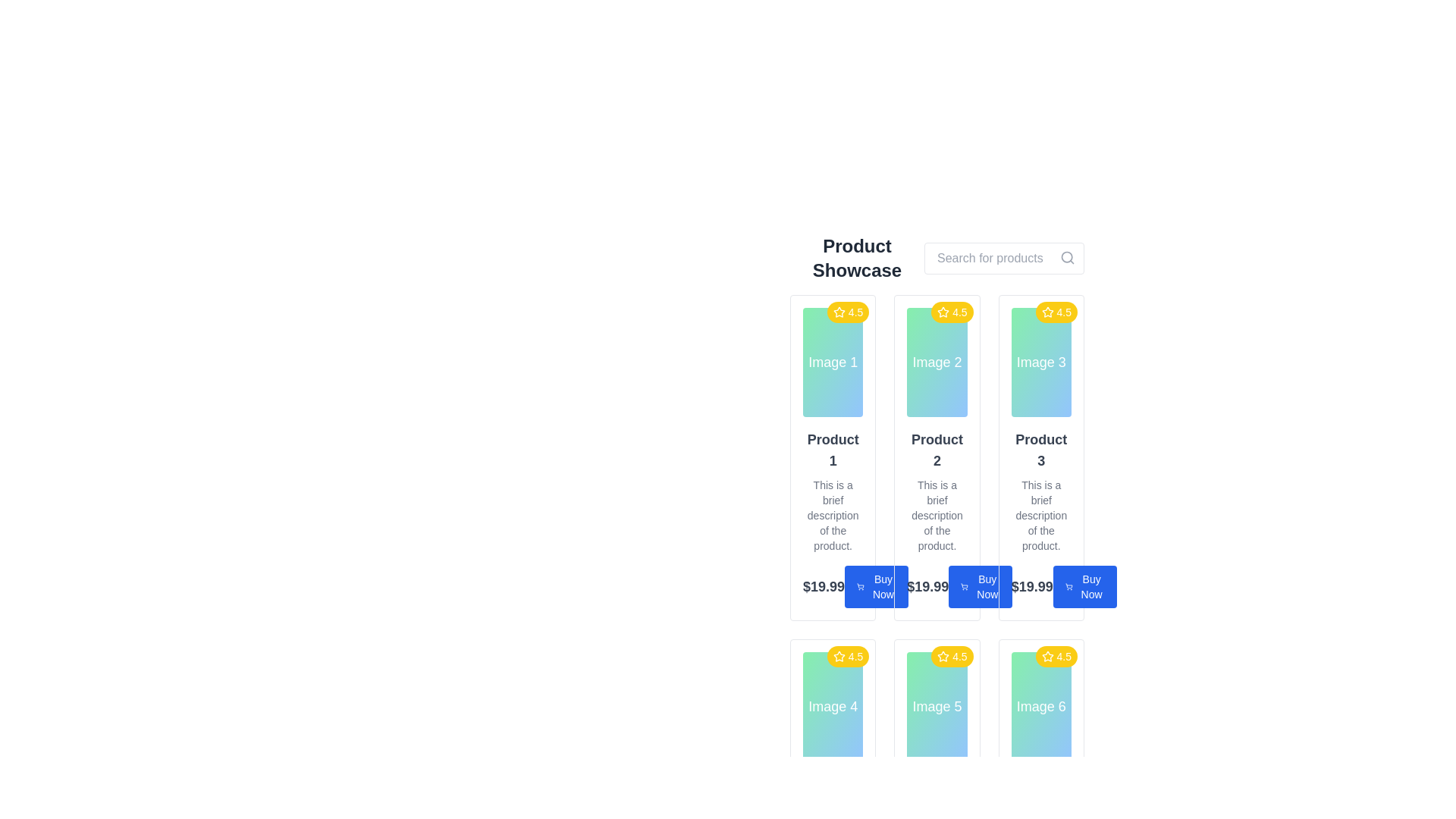  I want to click on the yellow star-shaped ratings icon located in the 'Image 6' product card, which is adjacent to the text '4.5', to visually associate with the rating value, so click(1046, 655).